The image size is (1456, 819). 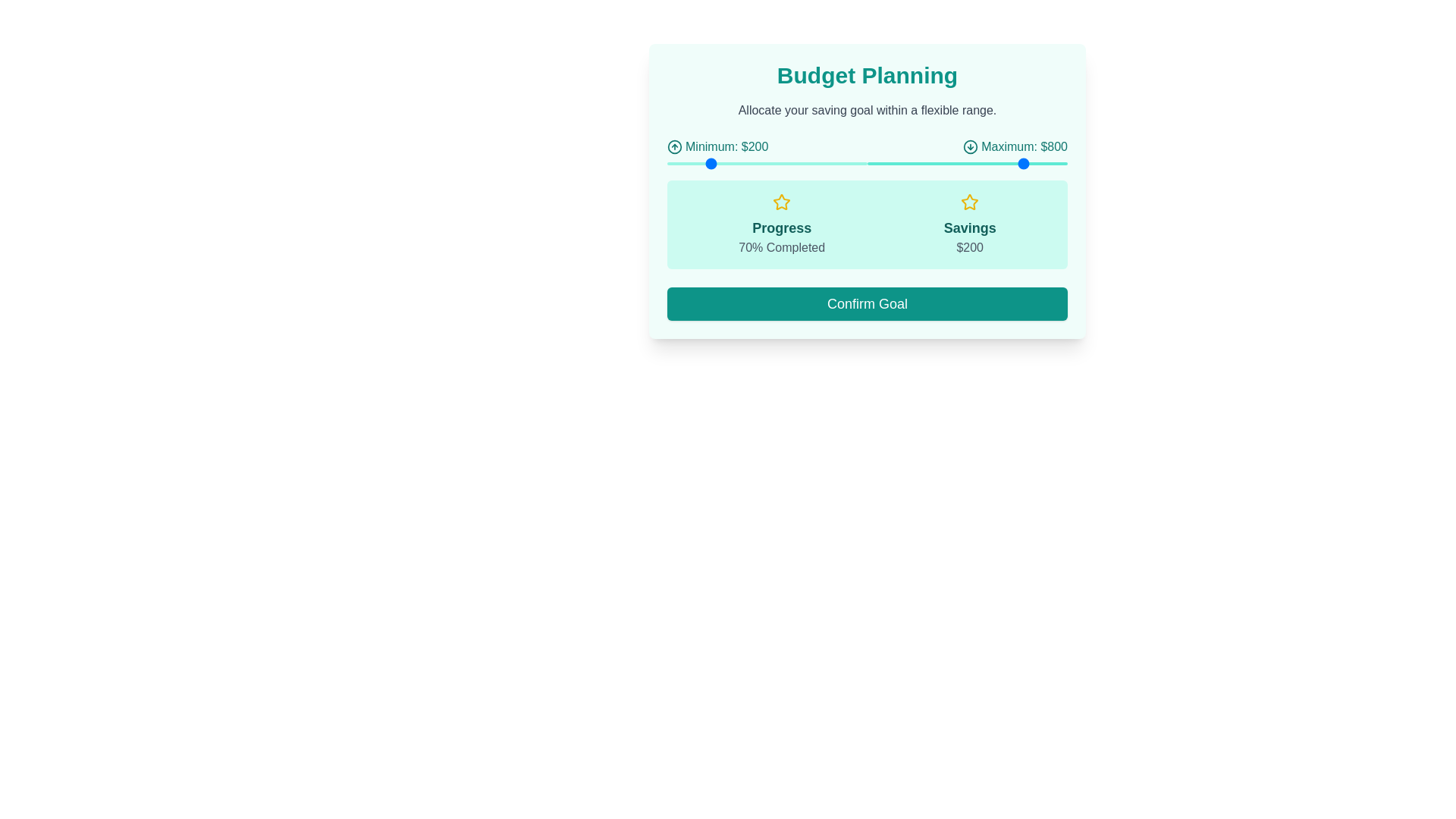 I want to click on the progress status text label displaying '70% completion', located beneath the 'Progress' label in the 'Budget Planning' card, so click(x=782, y=246).